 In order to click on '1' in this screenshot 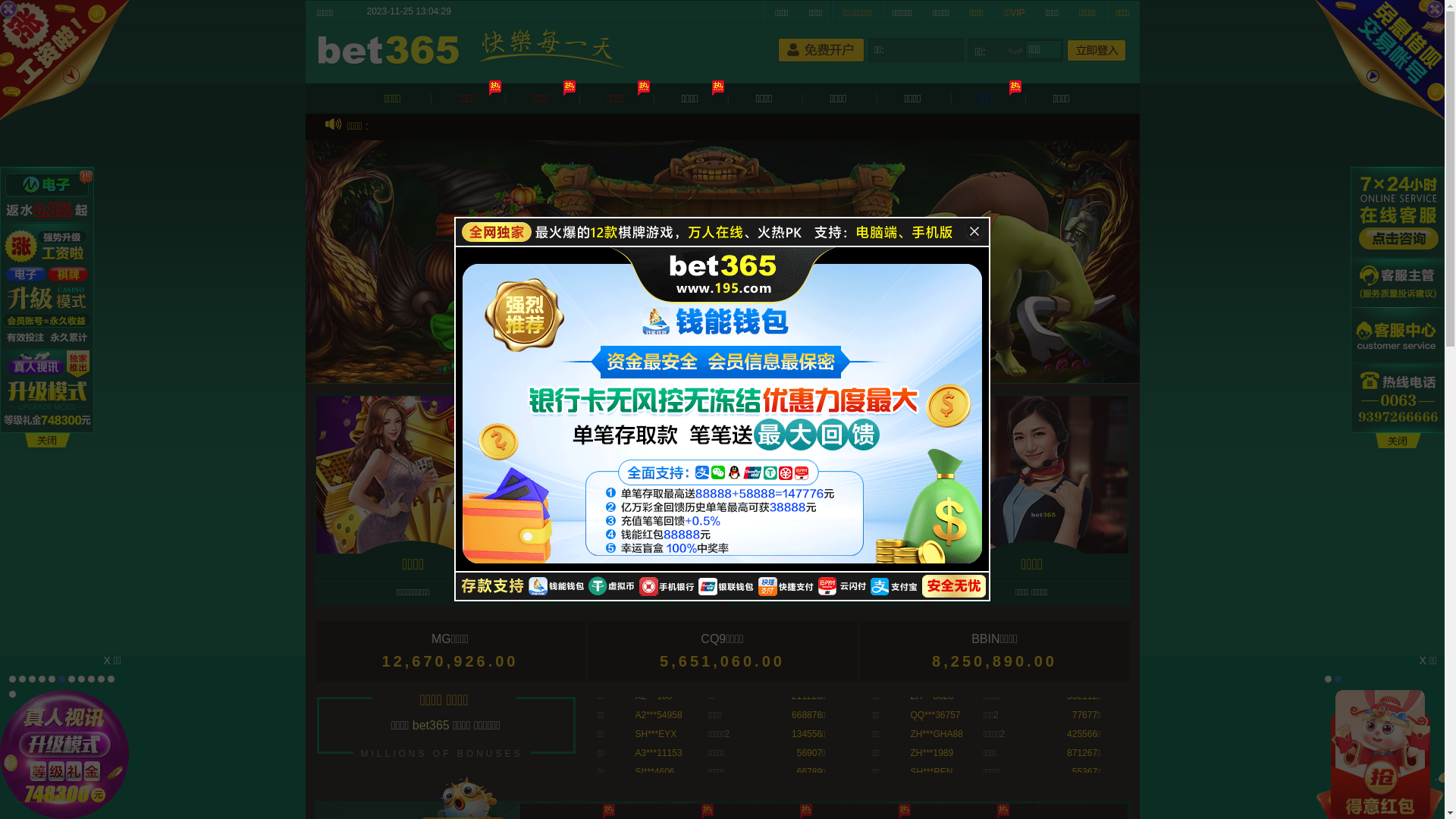, I will do `click(1327, 678)`.